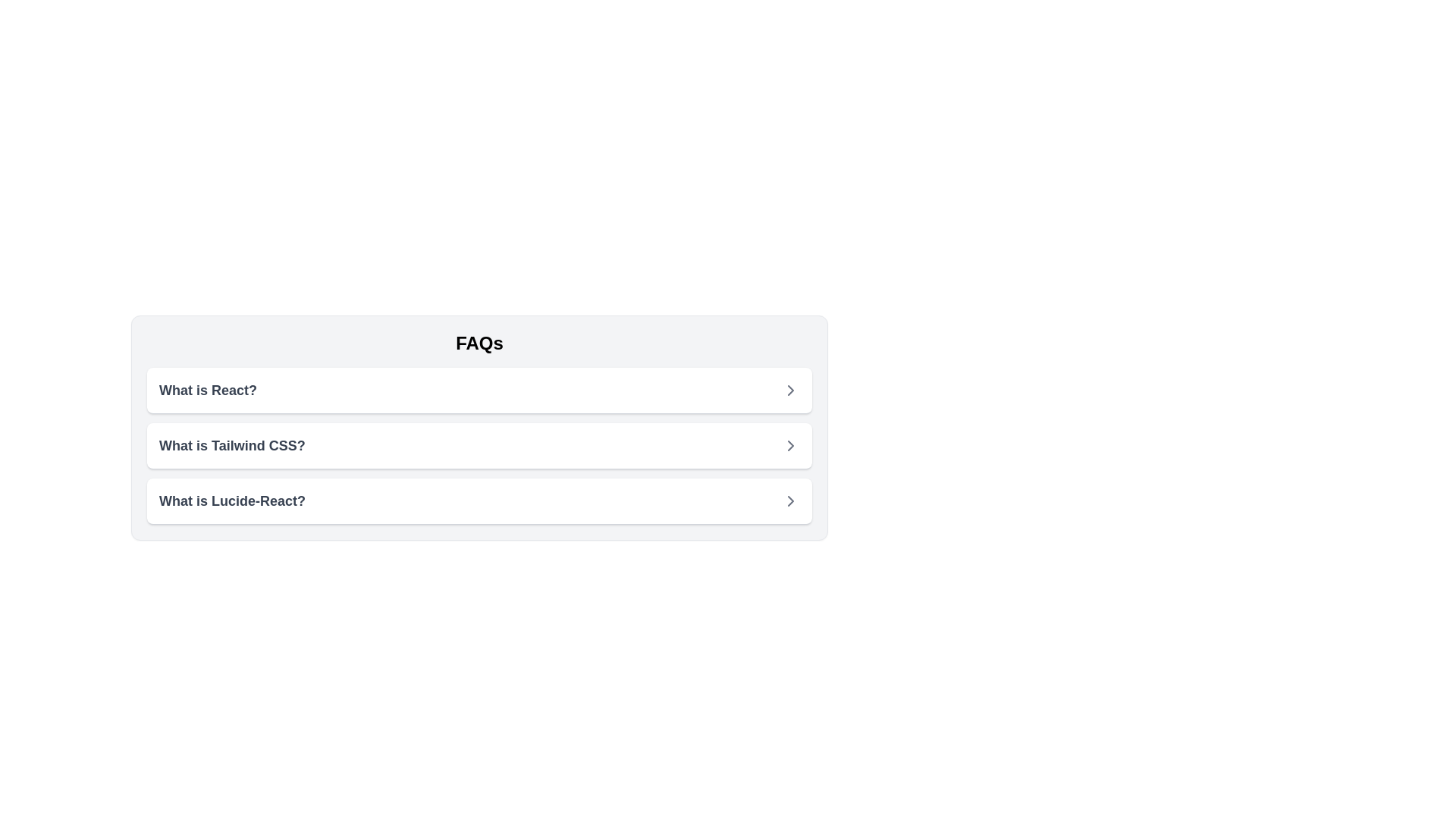 The width and height of the screenshot is (1456, 819). What do you see at coordinates (231, 500) in the screenshot?
I see `the text label that identifies the third question in the FAQ section, which is situated below 'What is Tailwind CSS?' and above no other items` at bounding box center [231, 500].